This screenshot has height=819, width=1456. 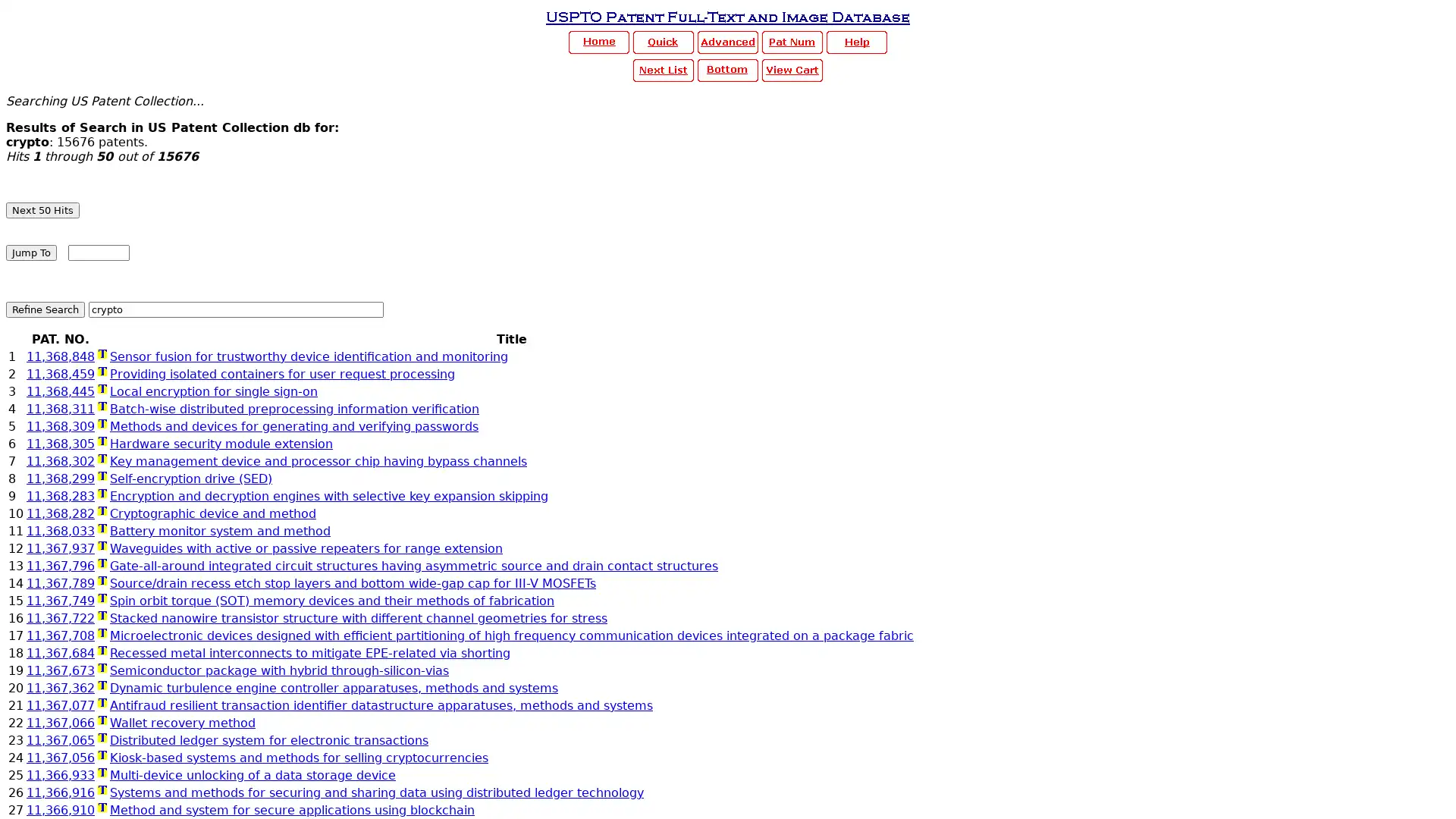 I want to click on Jump To, so click(x=31, y=252).